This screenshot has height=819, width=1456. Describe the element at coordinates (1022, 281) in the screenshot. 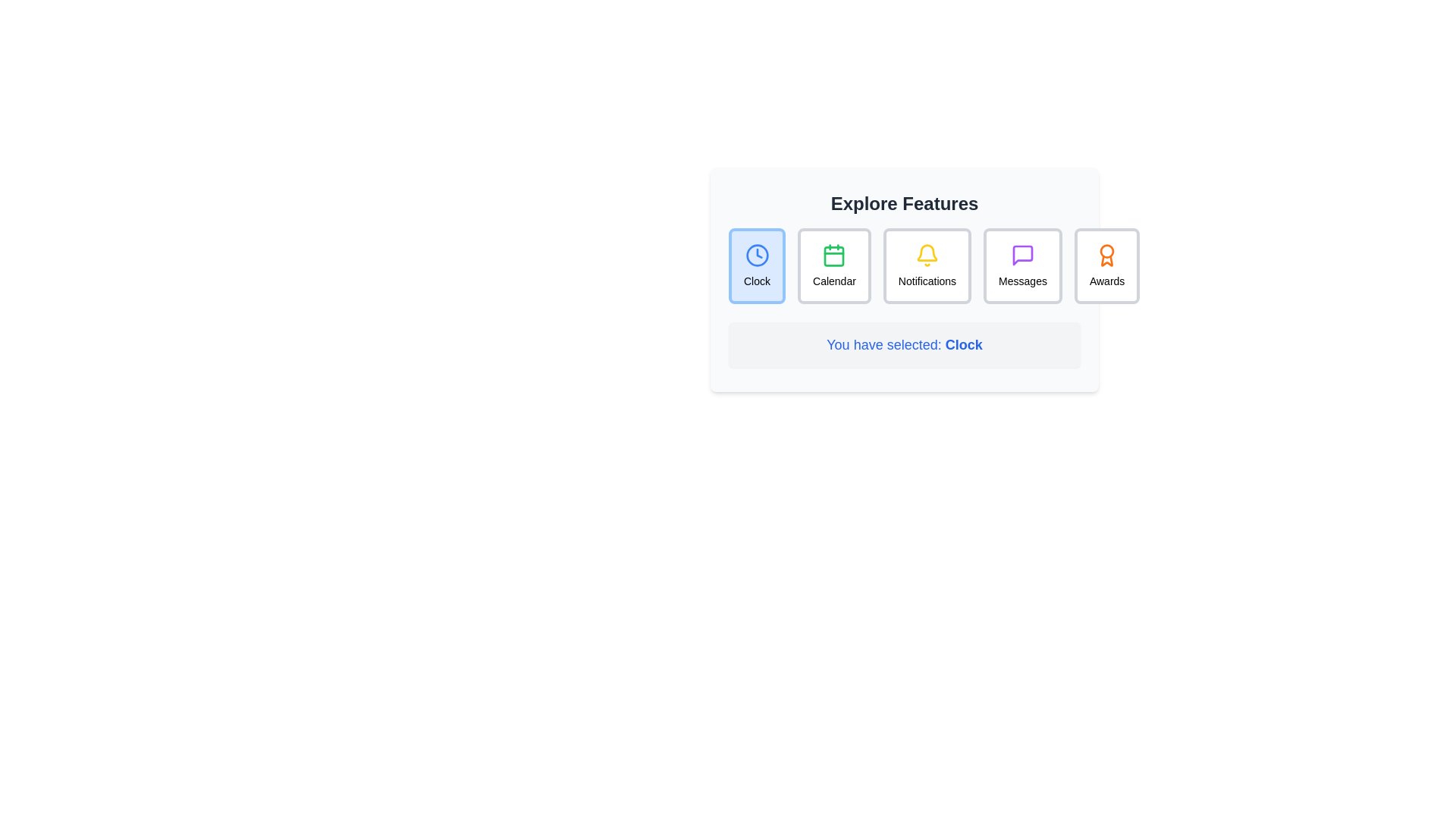

I see `the 'Messages' text label, which is positioned below a speech bubble icon, to indicate its association with messaging features` at that location.